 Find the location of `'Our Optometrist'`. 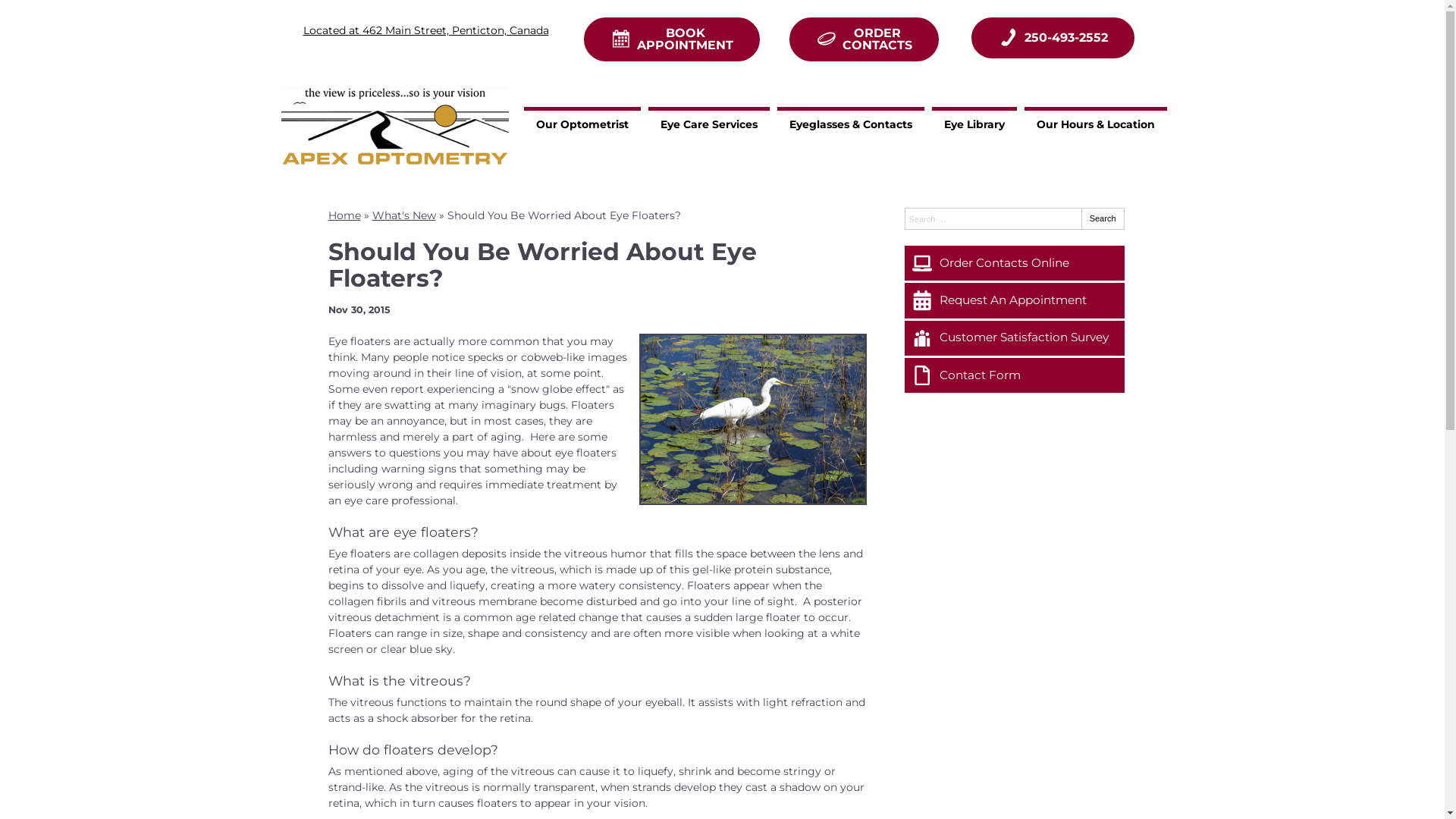

'Our Optometrist' is located at coordinates (582, 122).